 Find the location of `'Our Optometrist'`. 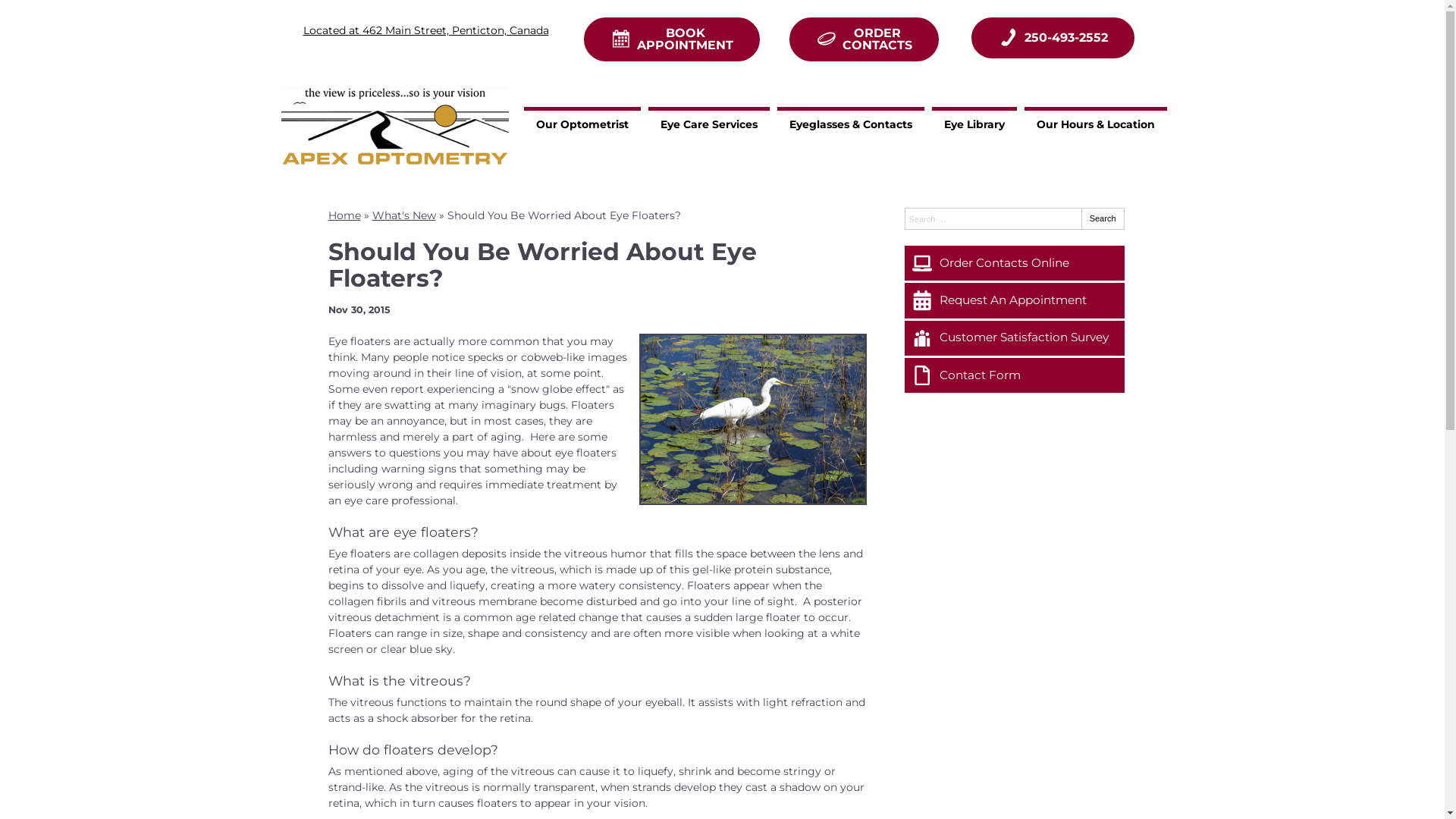

'Our Optometrist' is located at coordinates (582, 122).